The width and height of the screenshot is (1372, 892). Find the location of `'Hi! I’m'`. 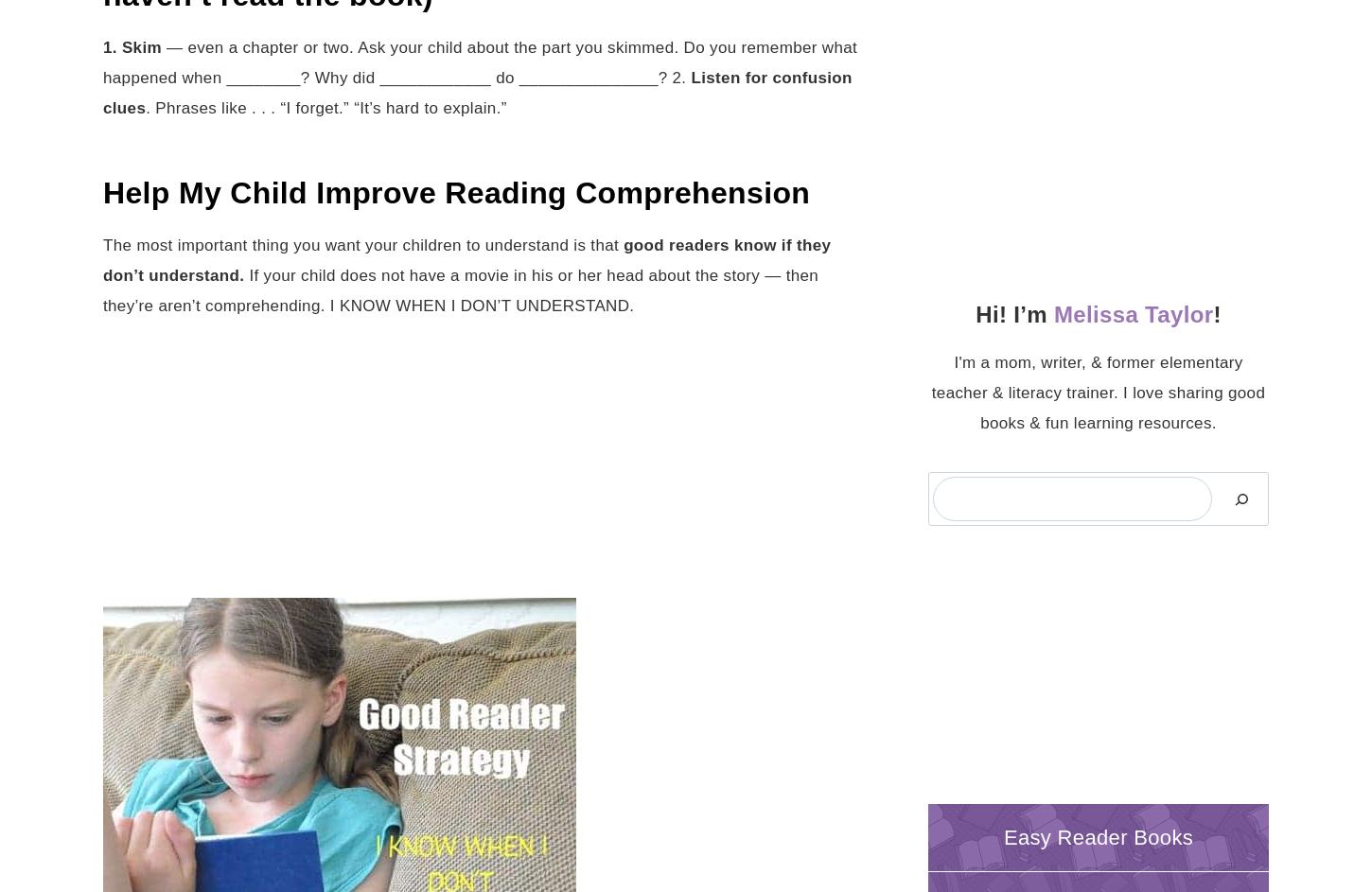

'Hi! I’m' is located at coordinates (1014, 313).